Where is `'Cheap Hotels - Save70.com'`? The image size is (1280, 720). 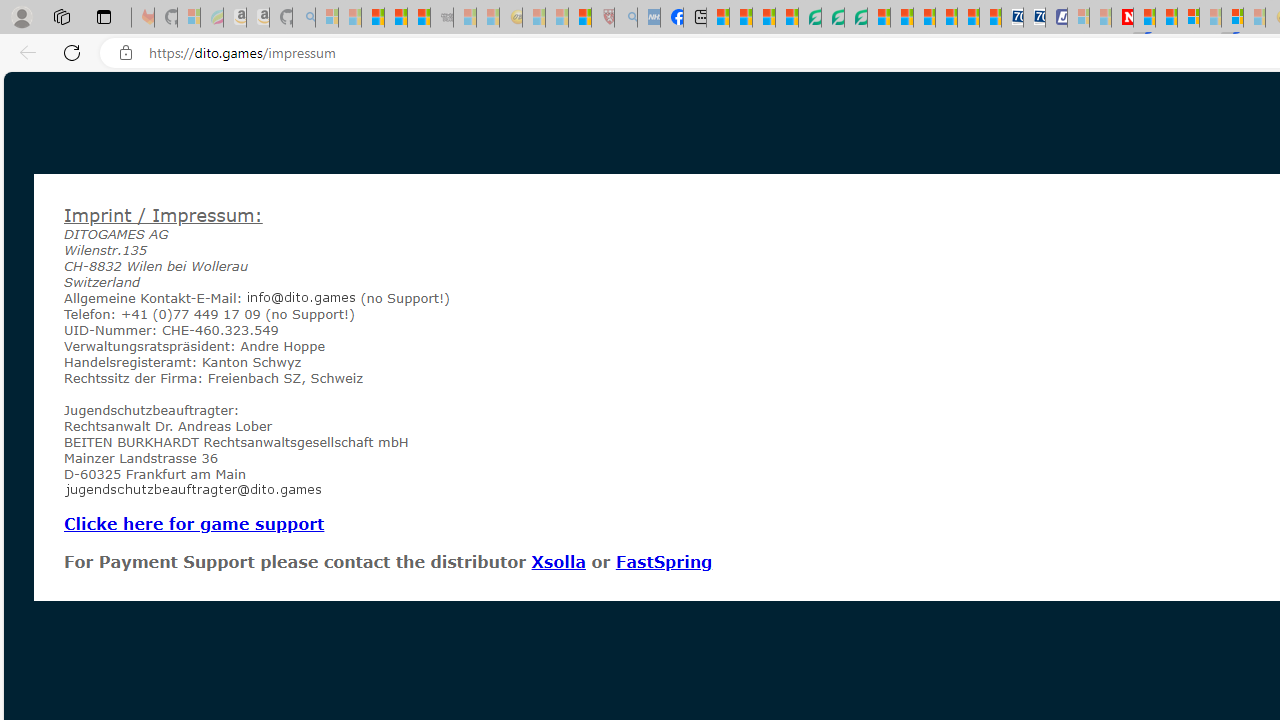
'Cheap Hotels - Save70.com' is located at coordinates (1034, 17).